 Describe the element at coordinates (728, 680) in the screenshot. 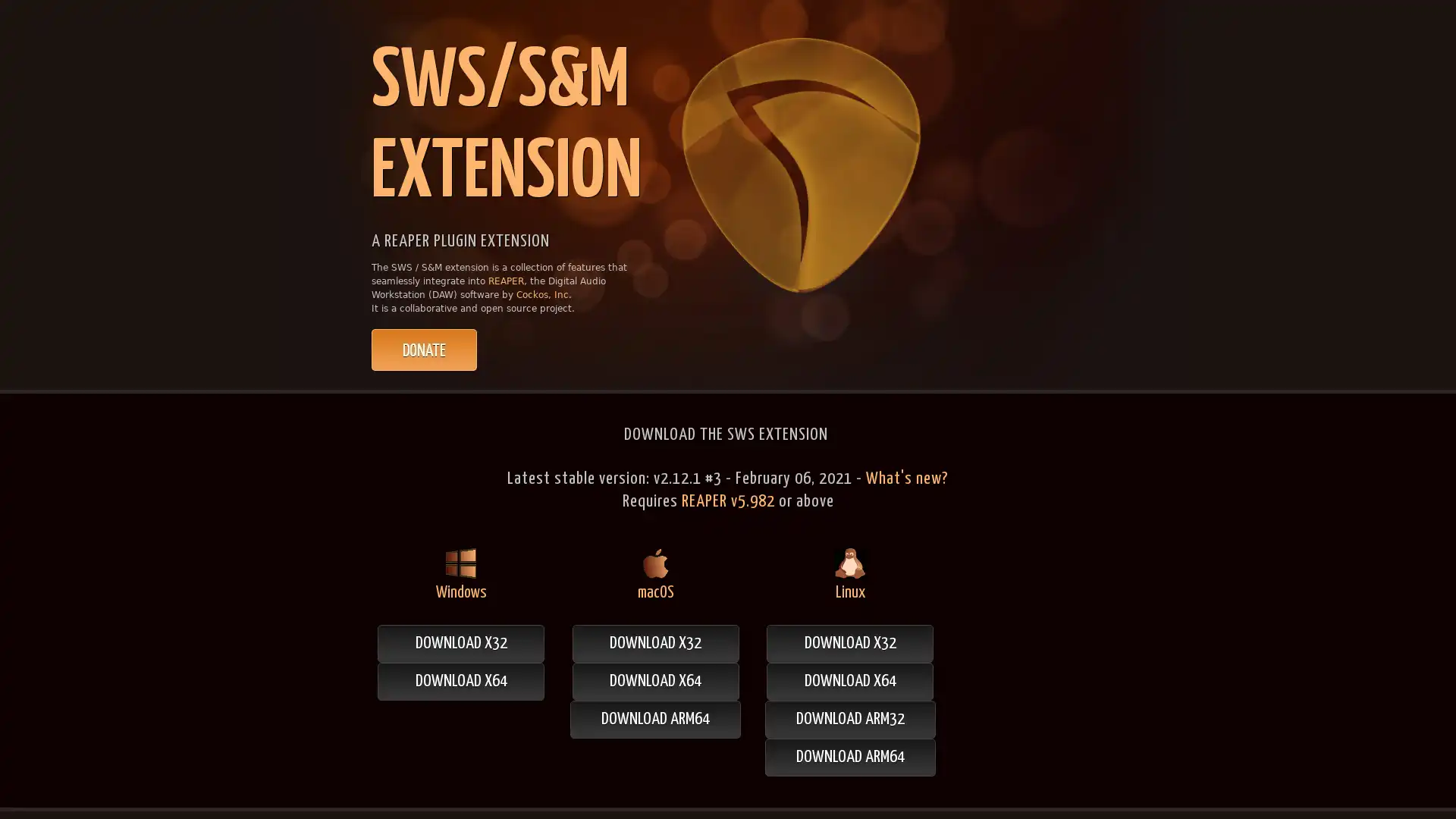

I see `DOWNLOAD X64` at that location.